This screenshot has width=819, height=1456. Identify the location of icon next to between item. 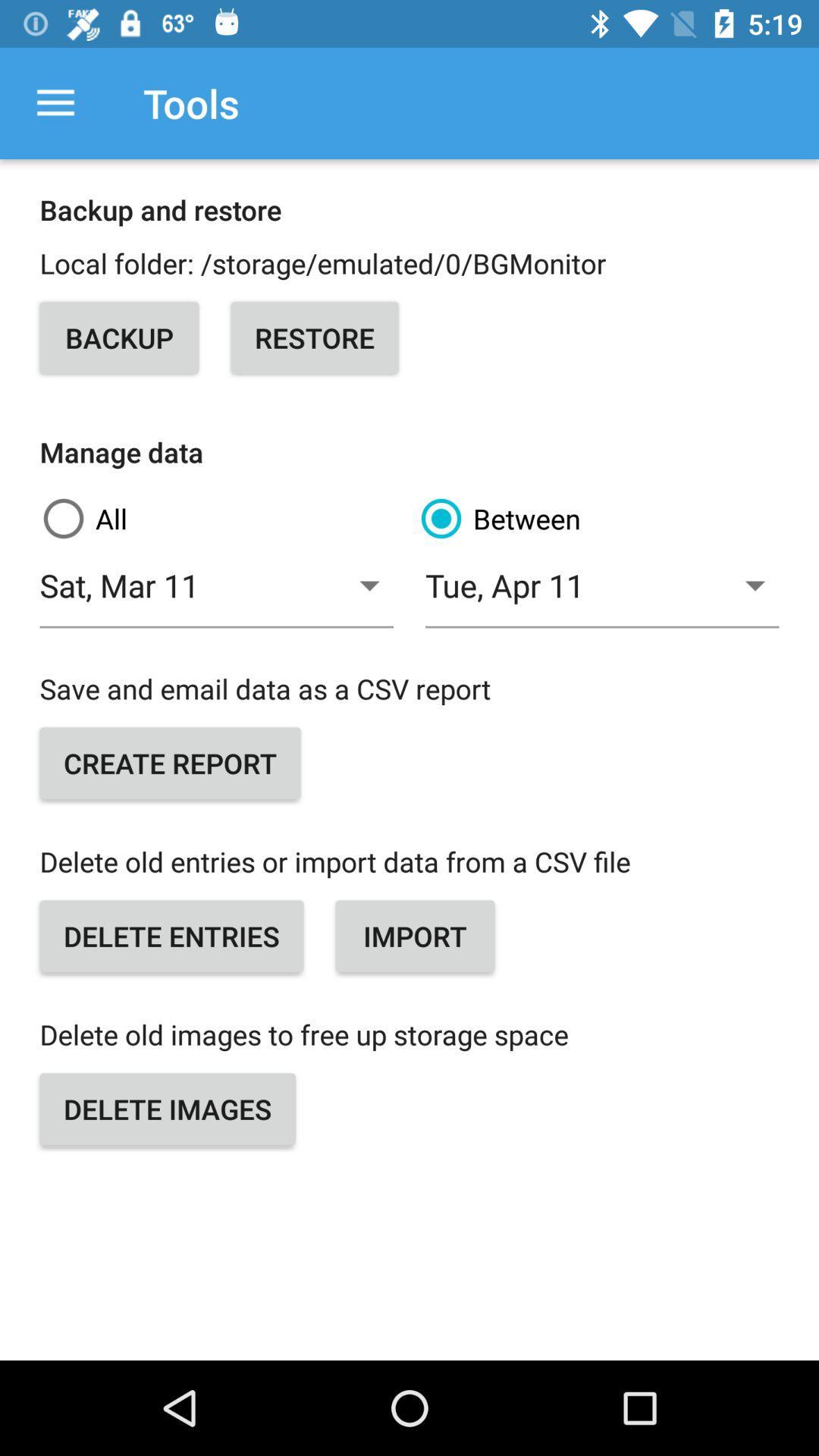
(220, 519).